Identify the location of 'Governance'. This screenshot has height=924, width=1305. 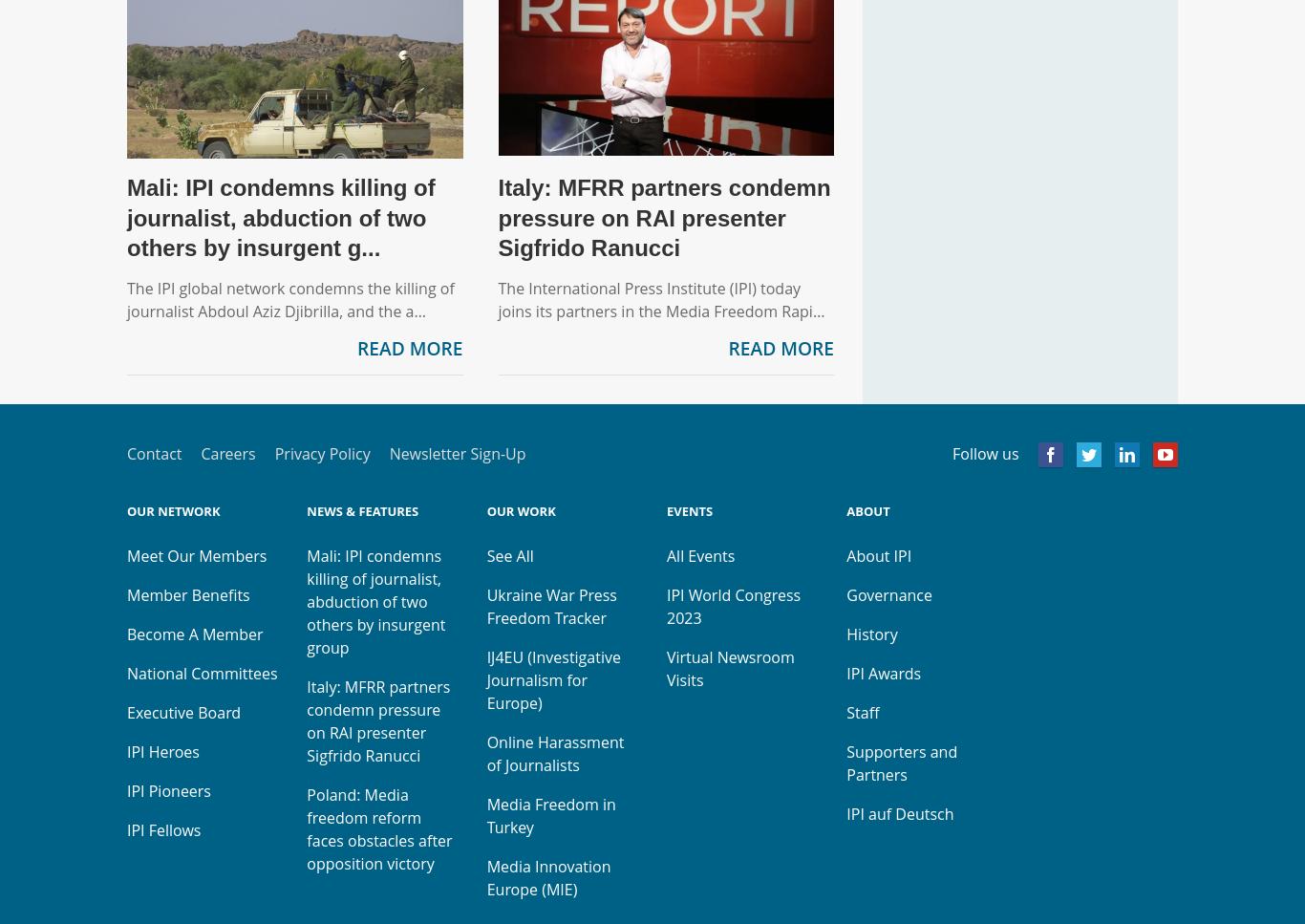
(845, 595).